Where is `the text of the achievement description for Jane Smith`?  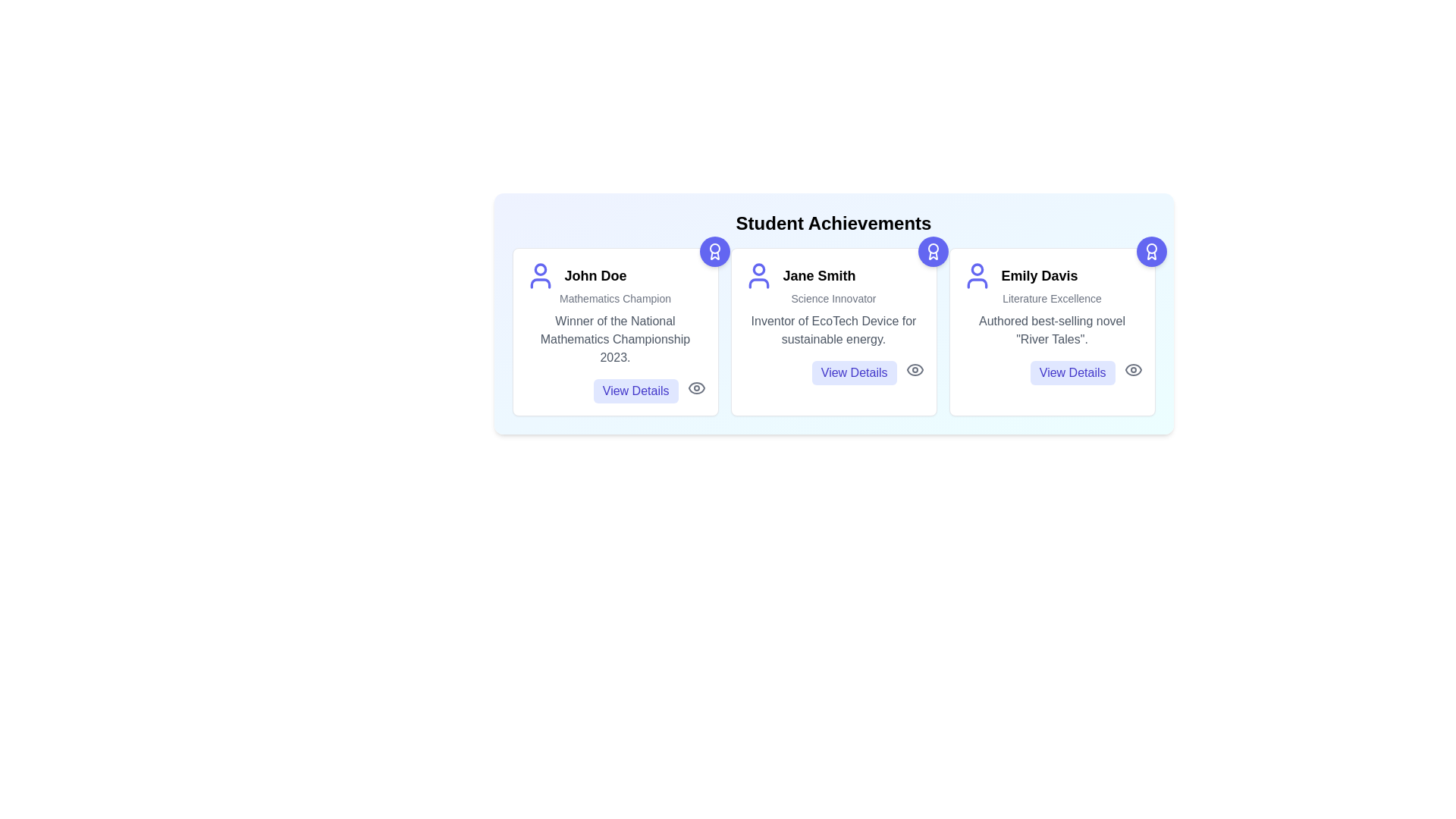 the text of the achievement description for Jane Smith is located at coordinates (833, 329).